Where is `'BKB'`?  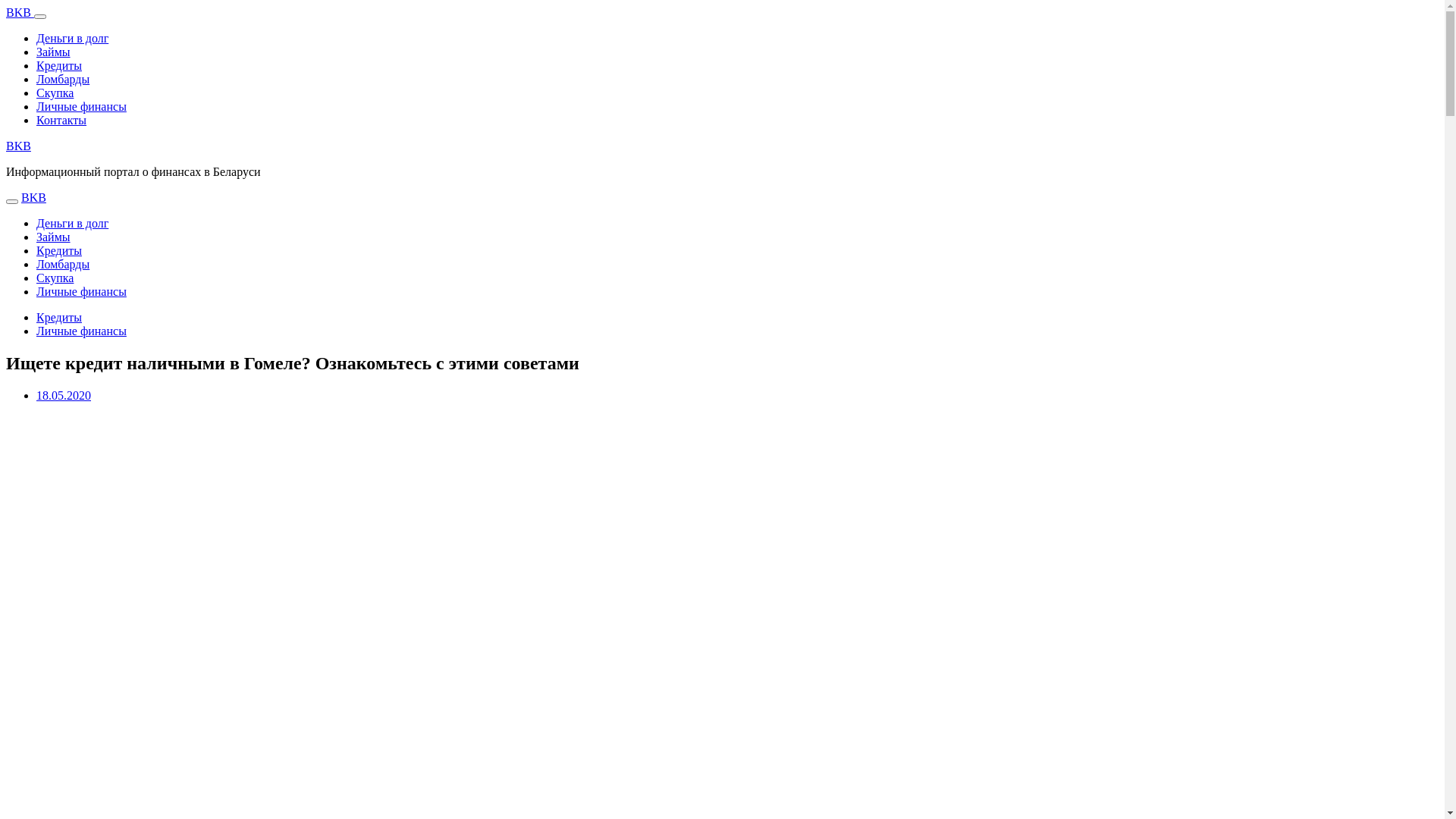 'BKB' is located at coordinates (20, 12).